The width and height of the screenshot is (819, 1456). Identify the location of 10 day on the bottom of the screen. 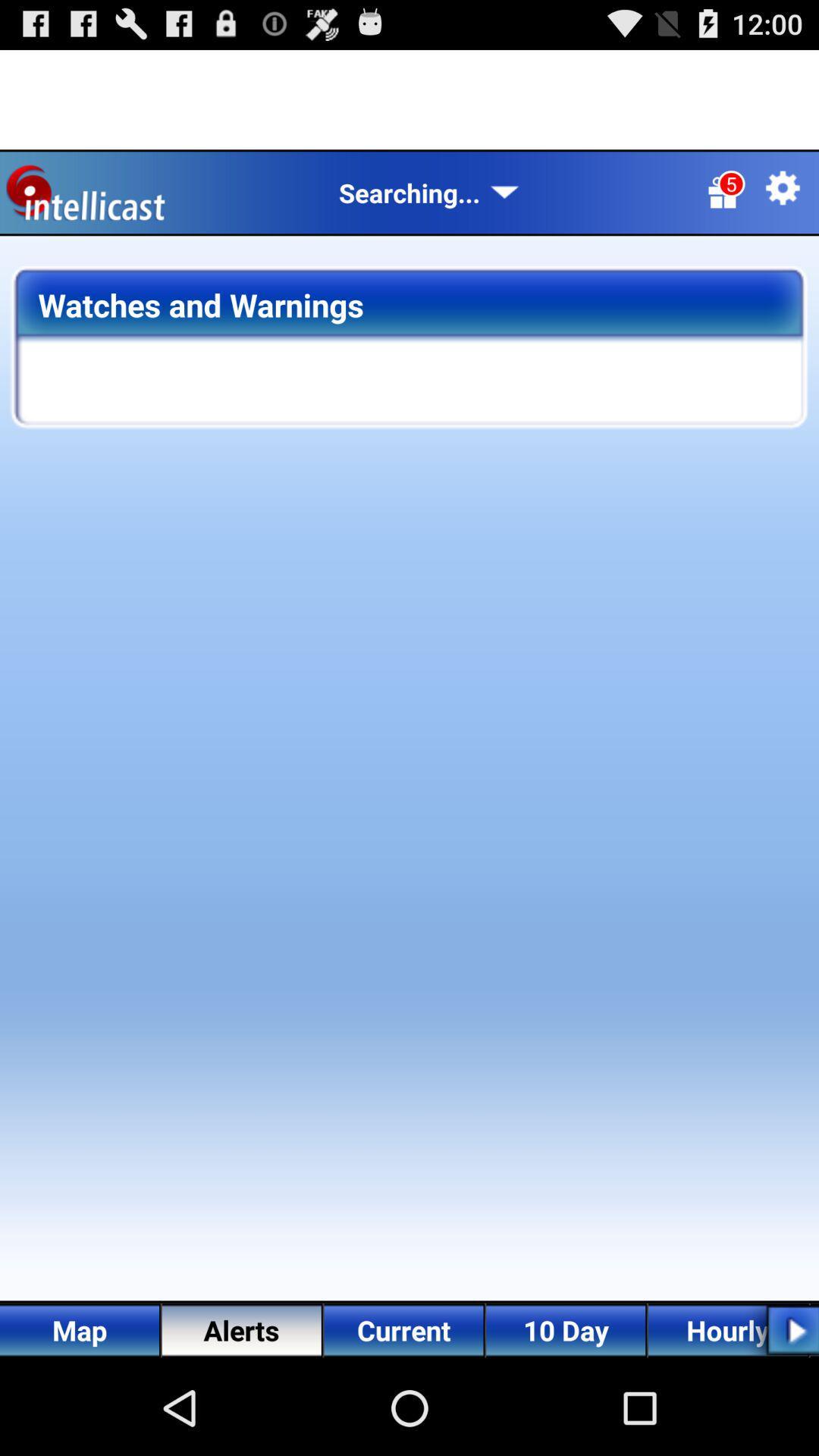
(565, 1329).